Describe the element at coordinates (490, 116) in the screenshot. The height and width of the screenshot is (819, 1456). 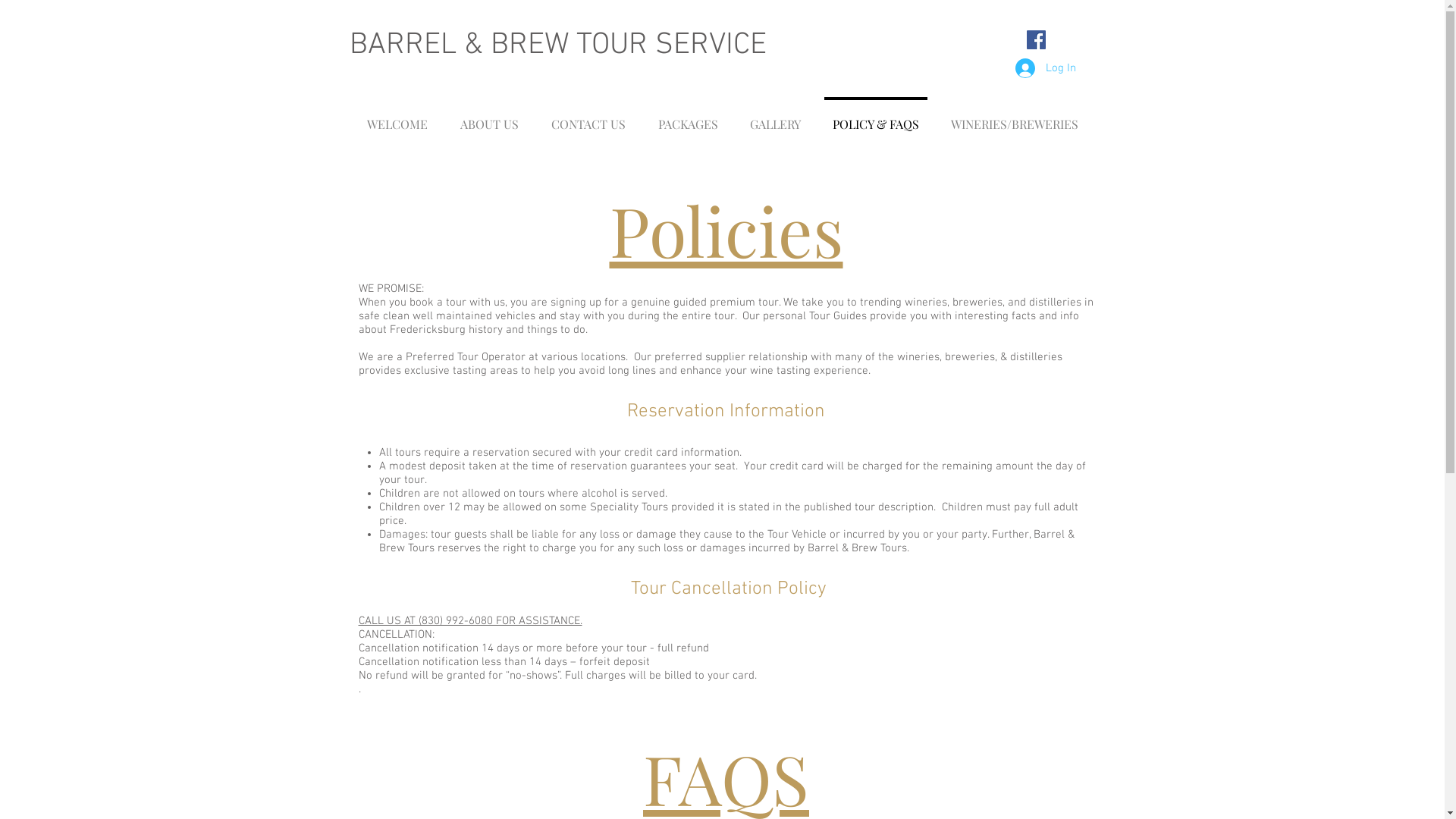
I see `'ABOUT US'` at that location.